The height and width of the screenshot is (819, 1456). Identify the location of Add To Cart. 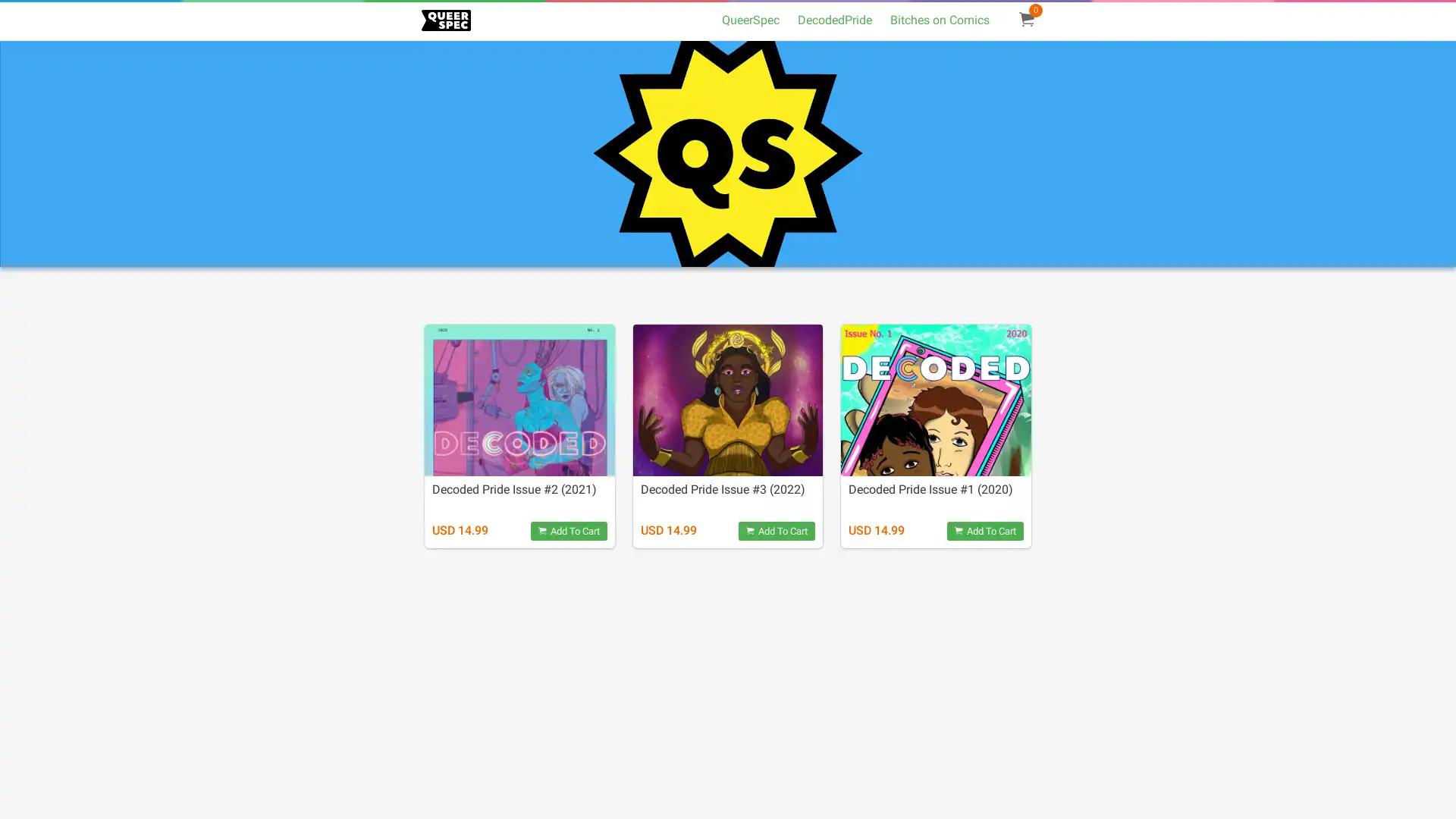
(777, 530).